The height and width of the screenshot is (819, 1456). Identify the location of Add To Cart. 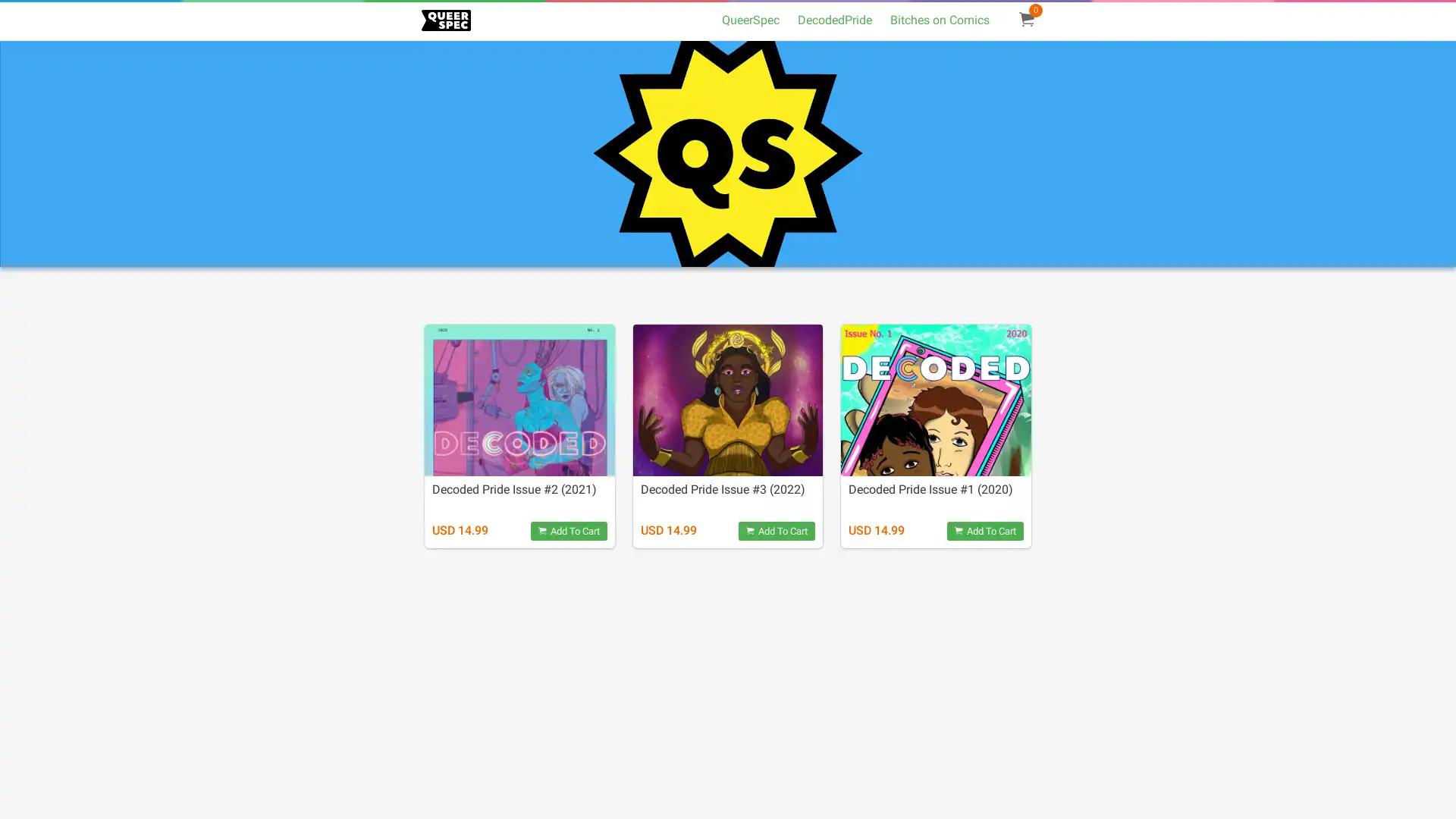
(777, 530).